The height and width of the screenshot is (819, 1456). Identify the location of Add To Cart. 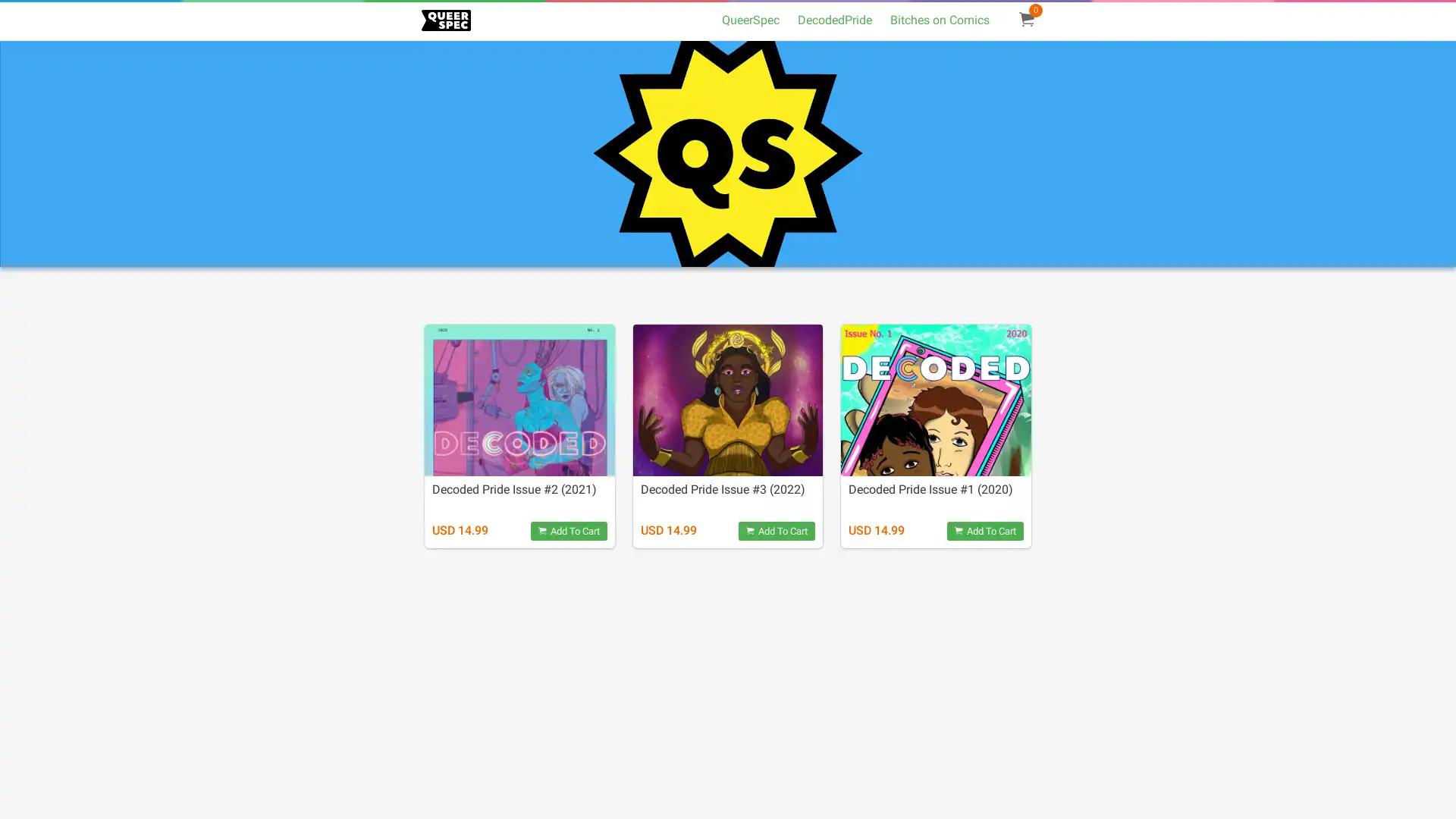
(777, 530).